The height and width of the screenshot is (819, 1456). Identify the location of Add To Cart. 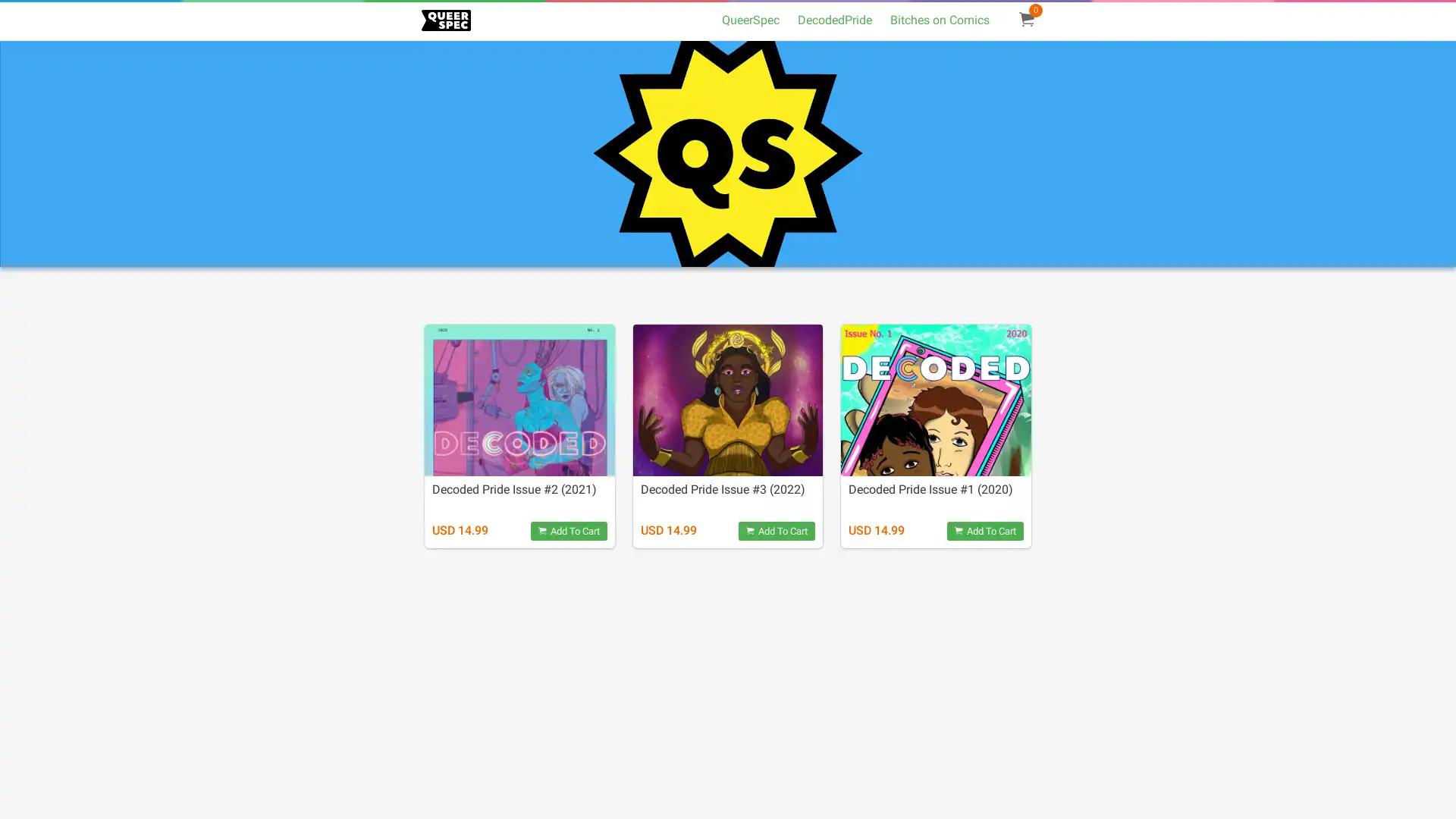
(777, 530).